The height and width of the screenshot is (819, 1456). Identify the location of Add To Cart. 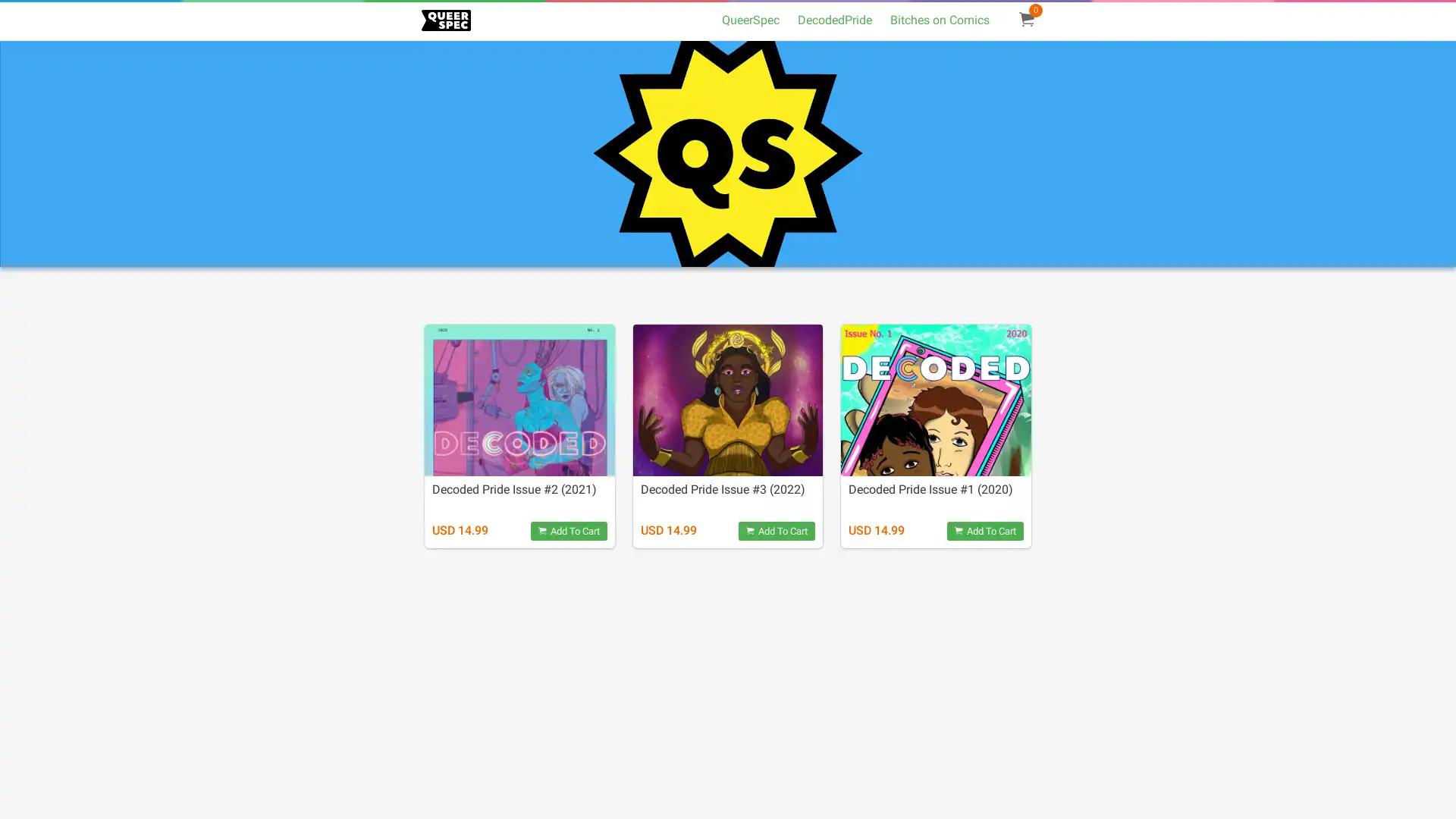
(777, 530).